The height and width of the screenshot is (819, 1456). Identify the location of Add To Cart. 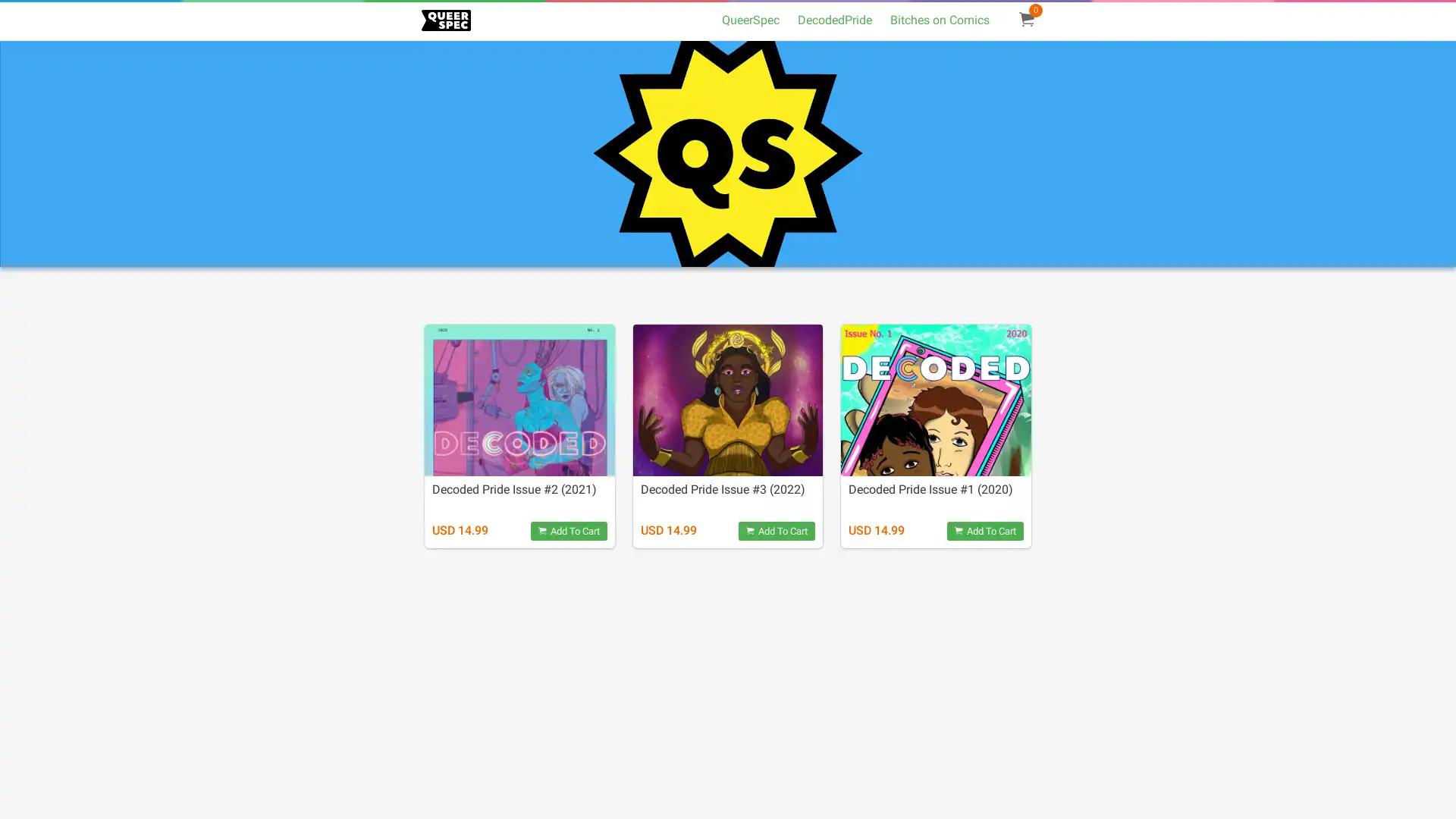
(777, 530).